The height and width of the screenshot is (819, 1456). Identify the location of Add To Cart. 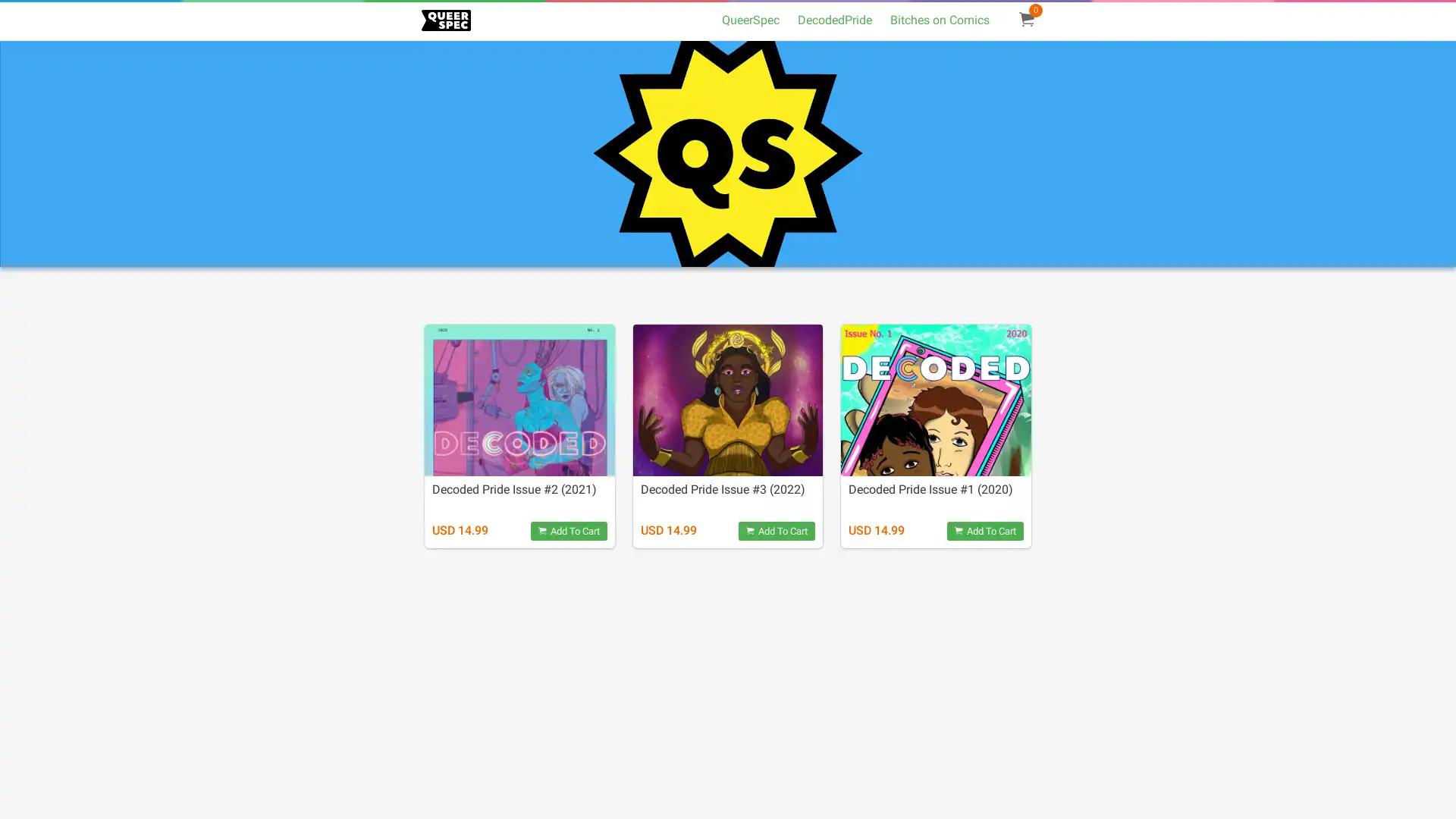
(777, 530).